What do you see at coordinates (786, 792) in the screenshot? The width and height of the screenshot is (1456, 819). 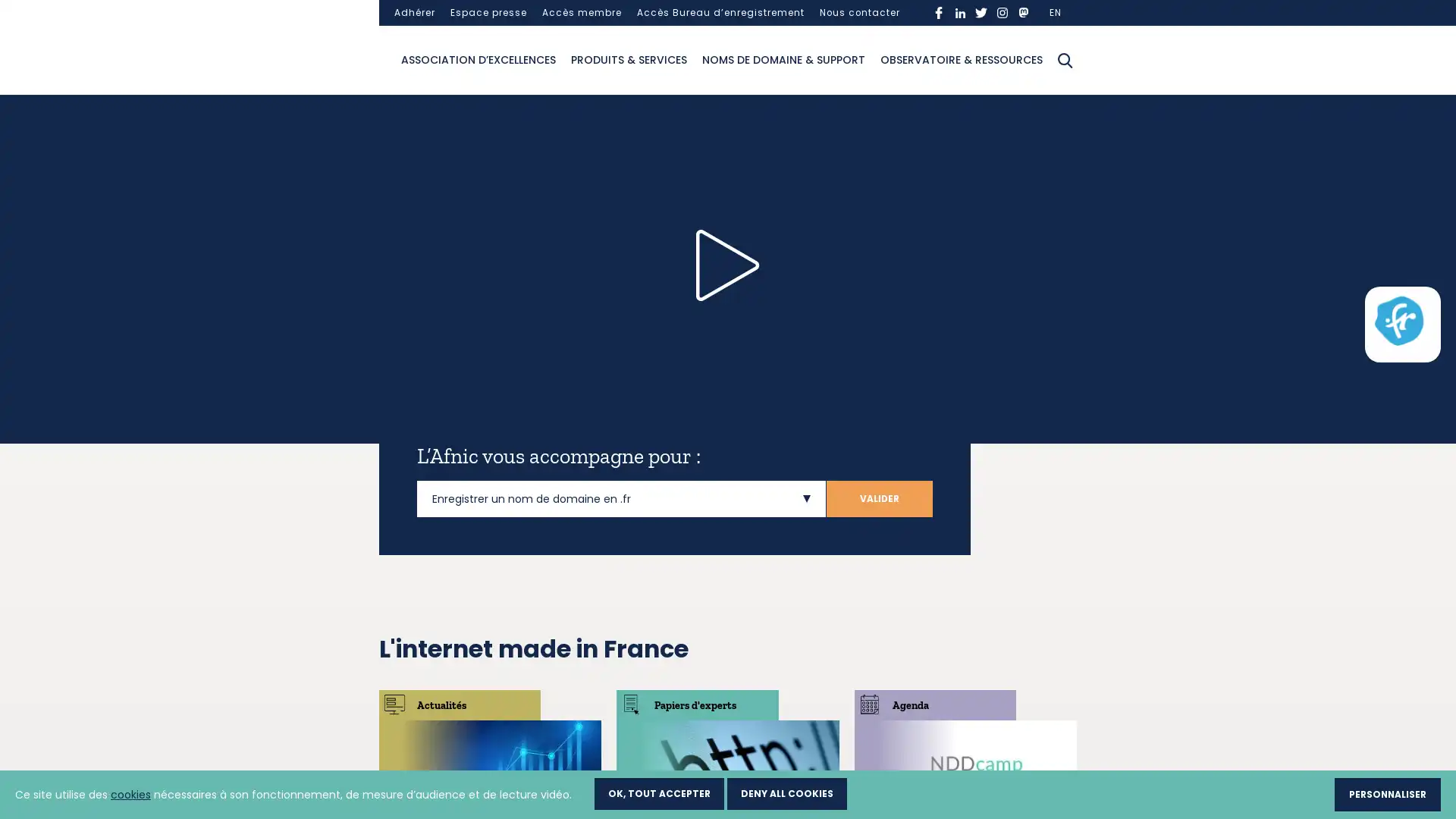 I see `DENY ALL COOKIES` at bounding box center [786, 792].